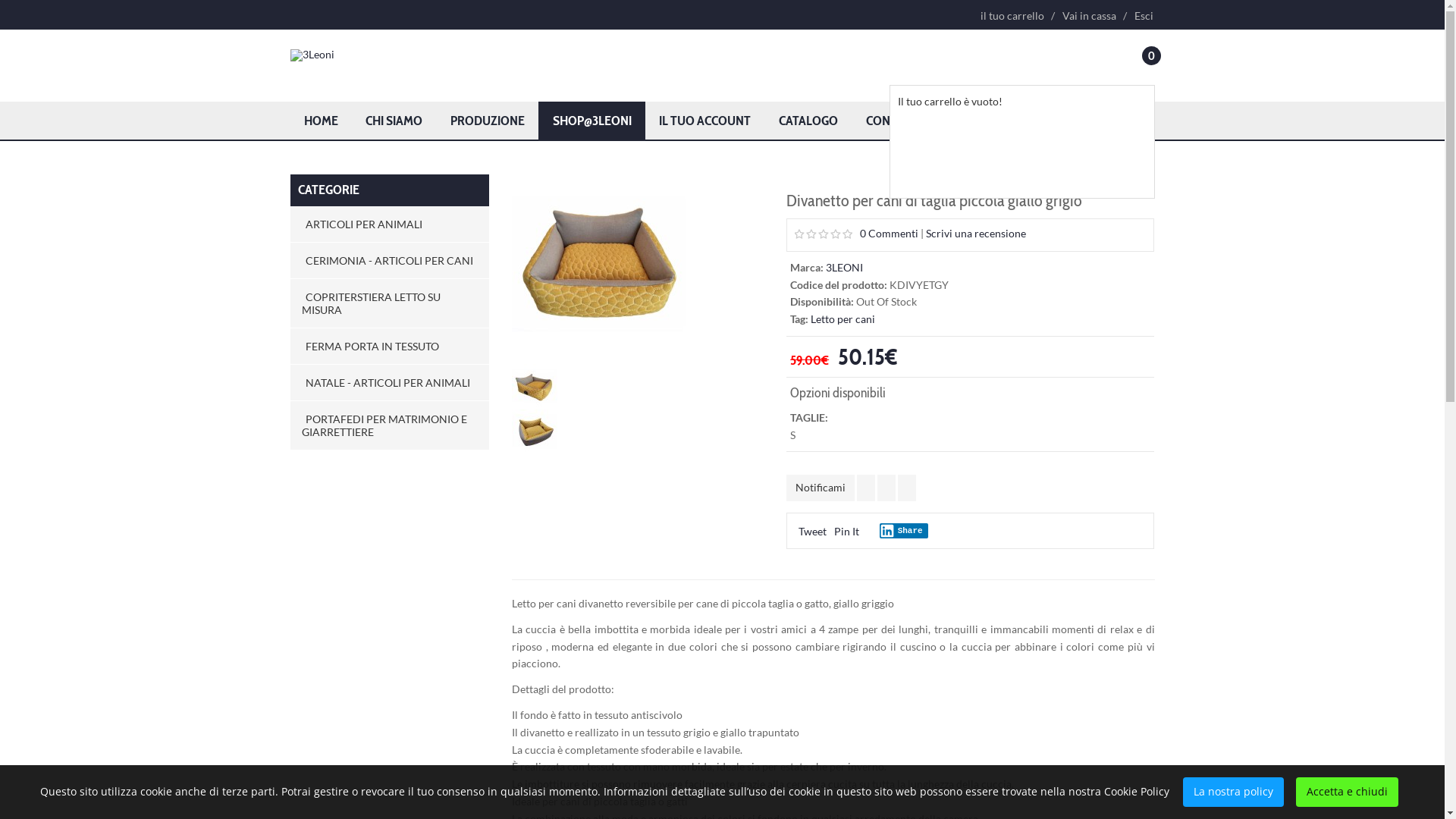 This screenshot has height=819, width=1456. I want to click on 'Scrivi una recensione', so click(975, 233).